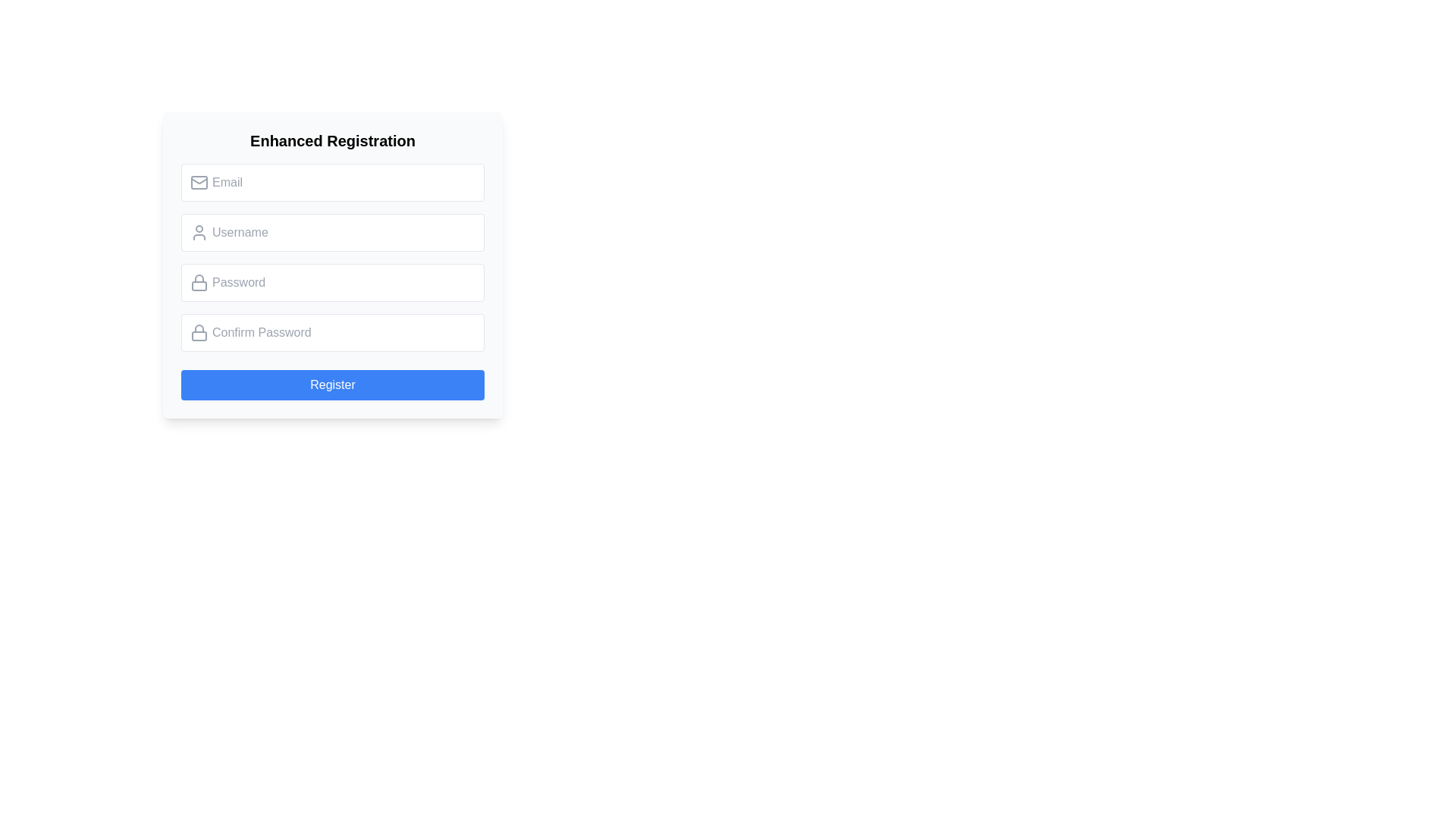 The height and width of the screenshot is (819, 1456). What do you see at coordinates (199, 332) in the screenshot?
I see `the password confirmation icon located on the left side of the 'Confirm Password' text input field in the registration interface, which indicates the purpose of the field` at bounding box center [199, 332].